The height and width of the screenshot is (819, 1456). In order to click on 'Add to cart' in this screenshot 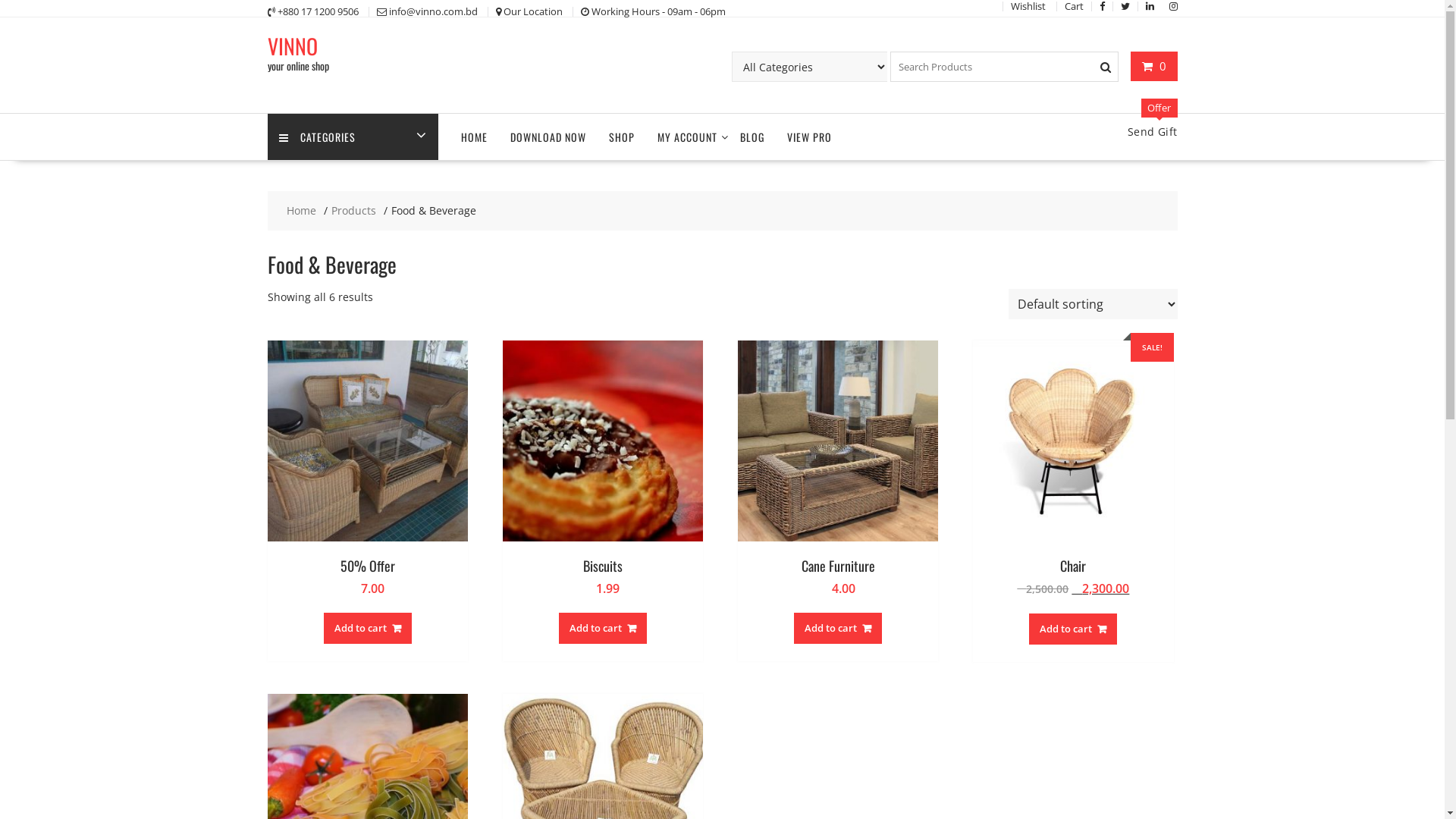, I will do `click(323, 628)`.